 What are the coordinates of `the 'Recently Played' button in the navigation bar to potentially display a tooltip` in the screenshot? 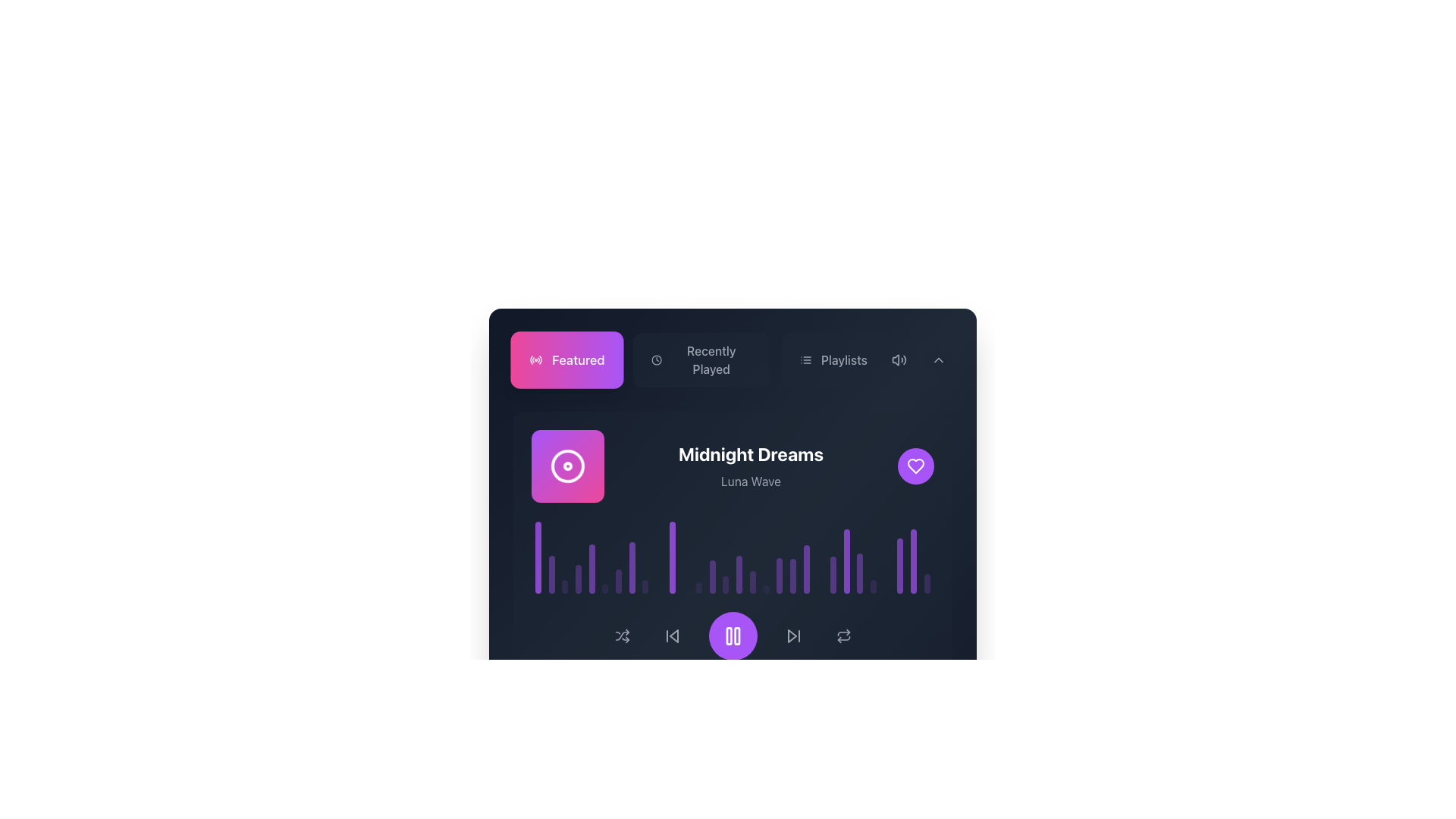 It's located at (733, 359).